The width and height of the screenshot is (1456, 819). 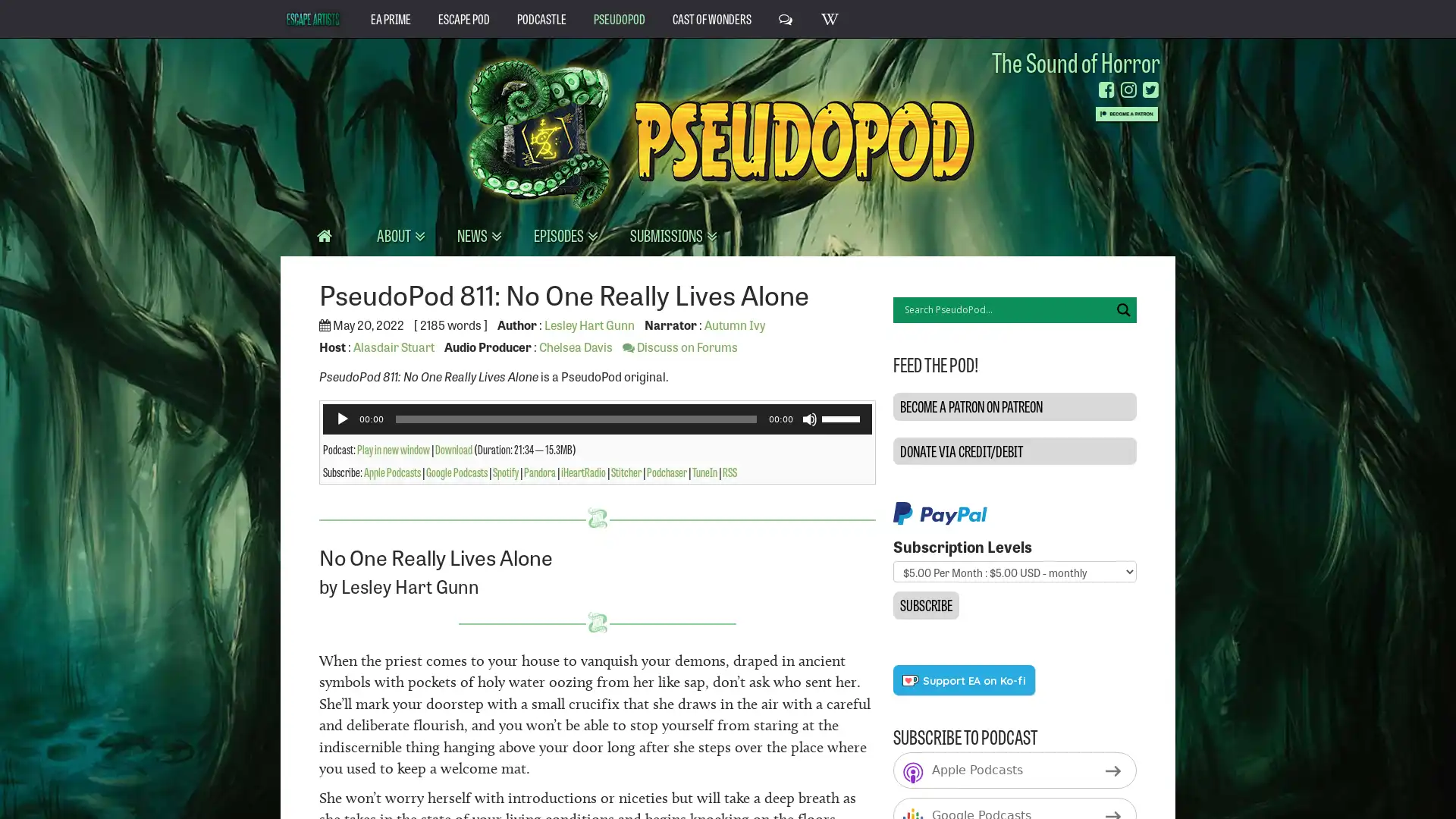 What do you see at coordinates (341, 418) in the screenshot?
I see `Play` at bounding box center [341, 418].